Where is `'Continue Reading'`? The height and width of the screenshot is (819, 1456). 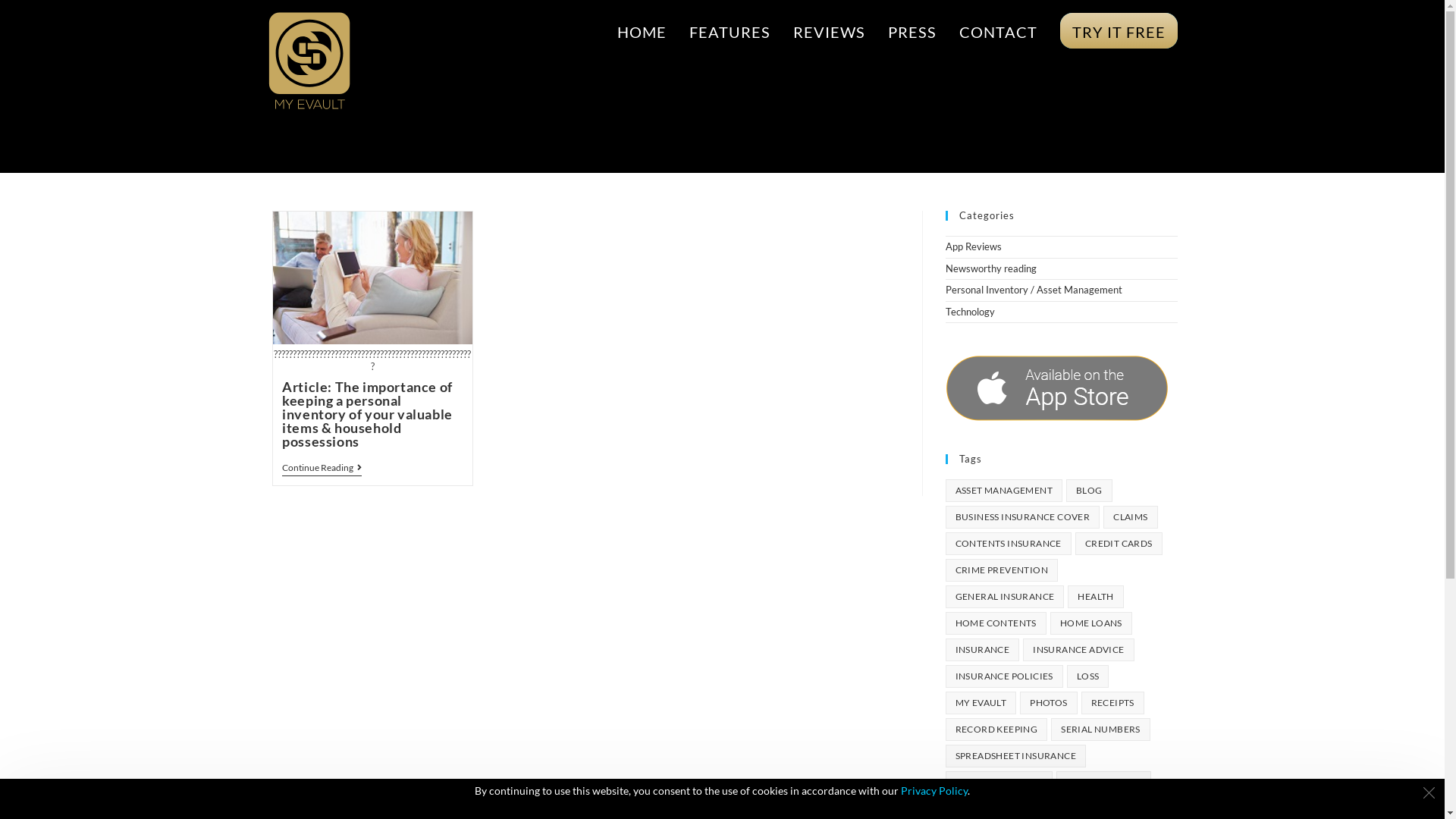
'Continue Reading' is located at coordinates (321, 468).